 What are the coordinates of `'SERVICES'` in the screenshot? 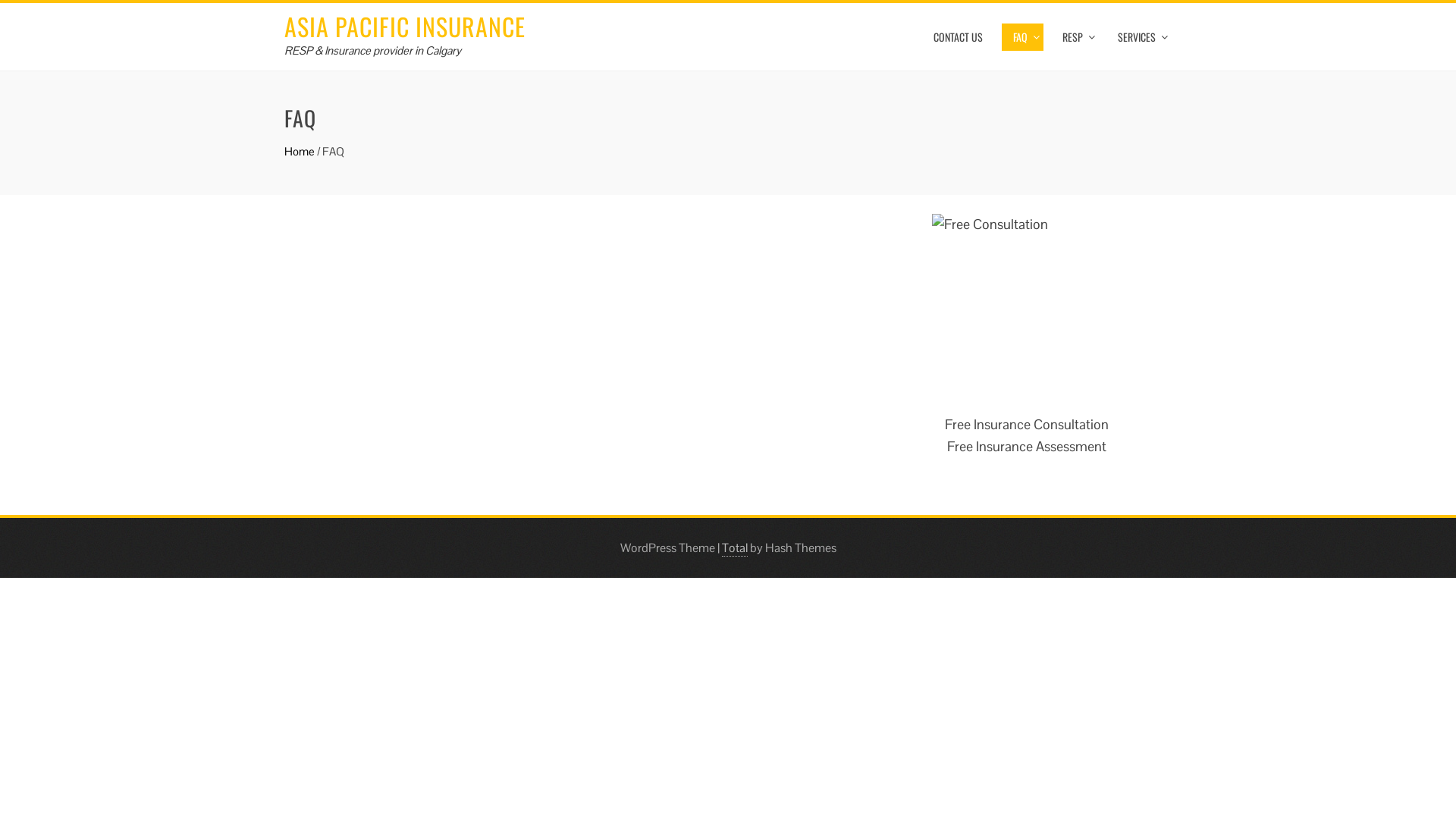 It's located at (1139, 36).